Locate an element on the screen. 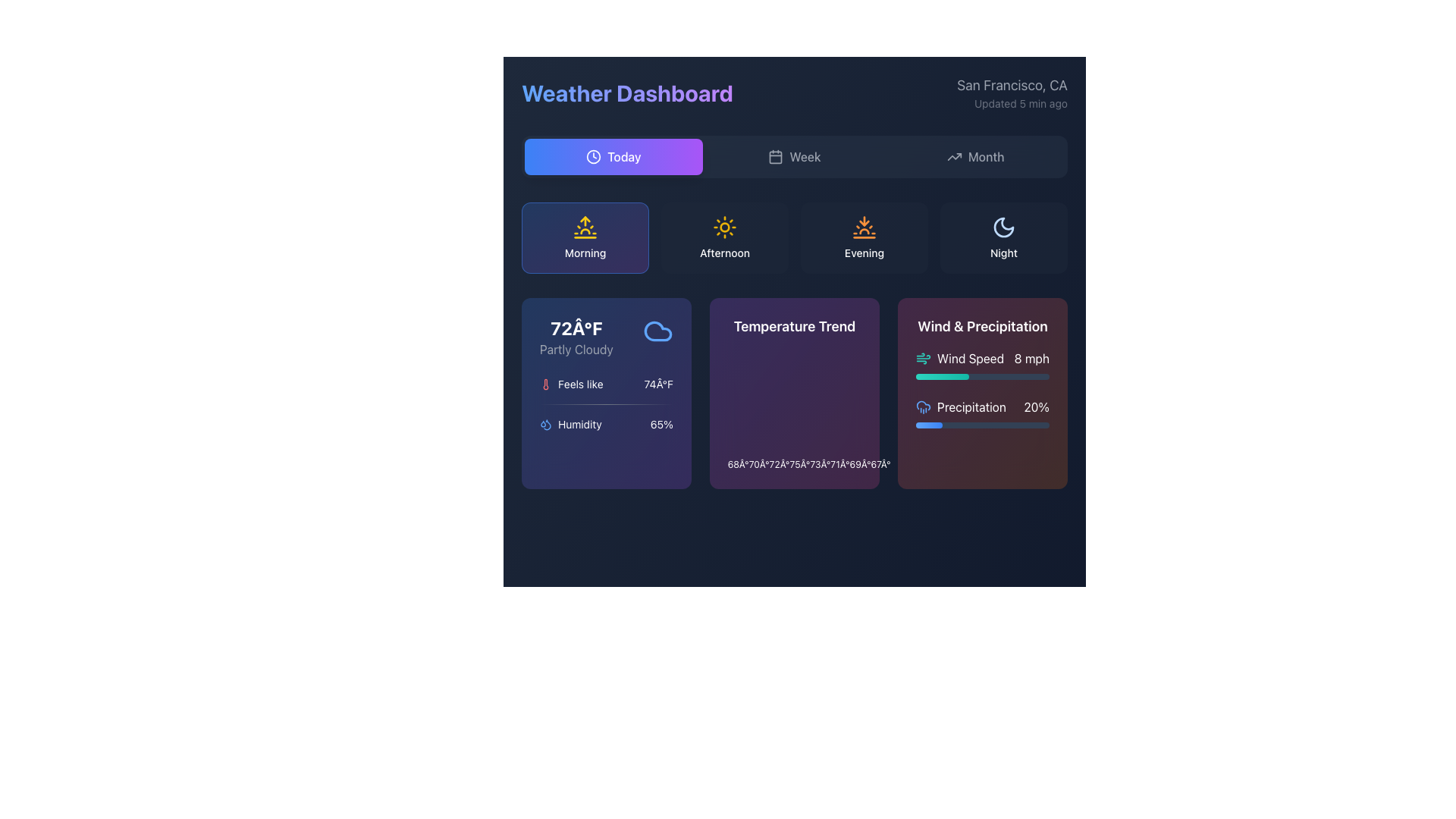  the 'Afternoon' button with a sun icon, located in the middle top row of the Weather Dashboard grid is located at coordinates (723, 237).